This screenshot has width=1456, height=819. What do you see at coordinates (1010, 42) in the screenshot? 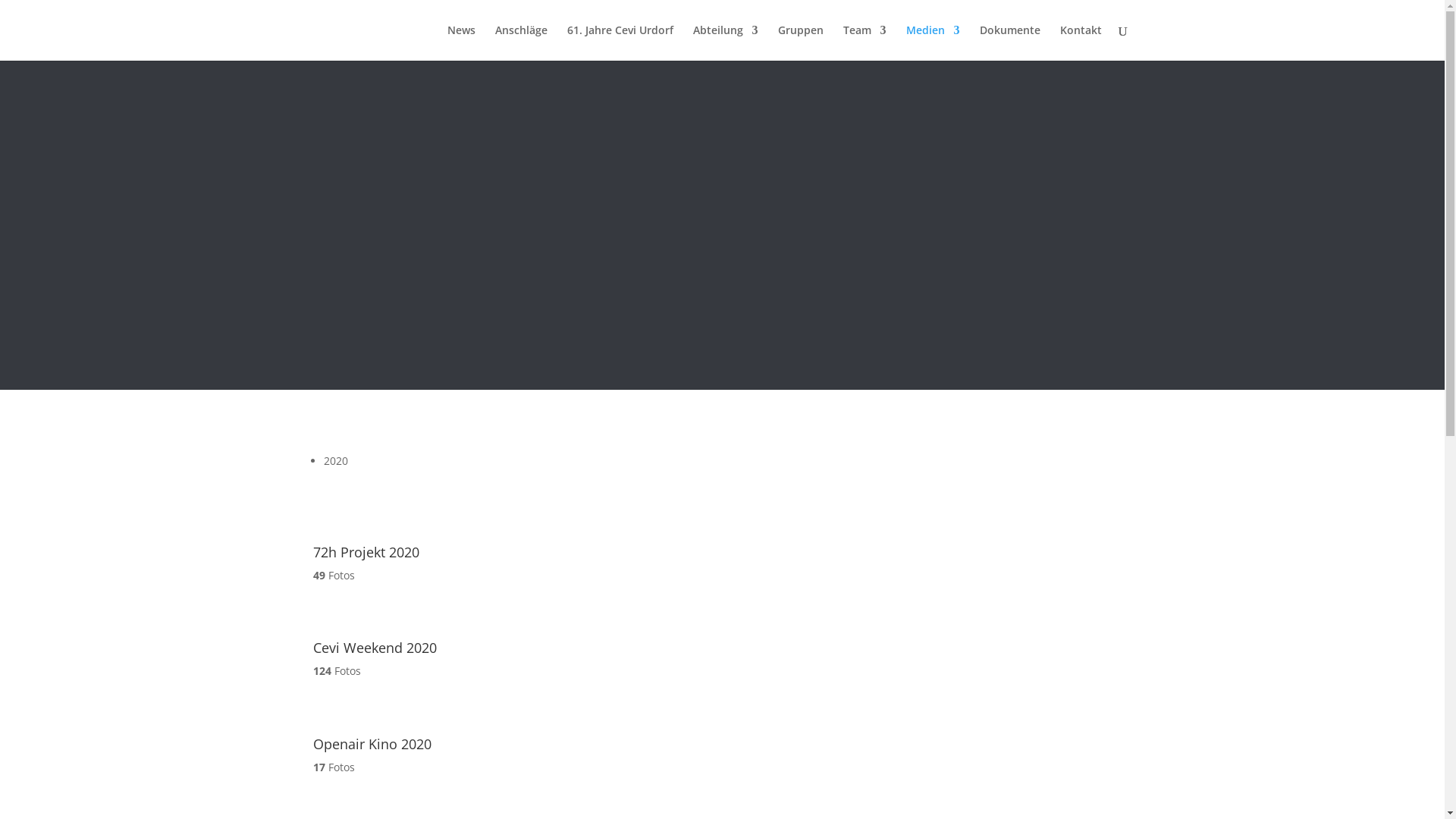
I see `'Dokumente'` at bounding box center [1010, 42].